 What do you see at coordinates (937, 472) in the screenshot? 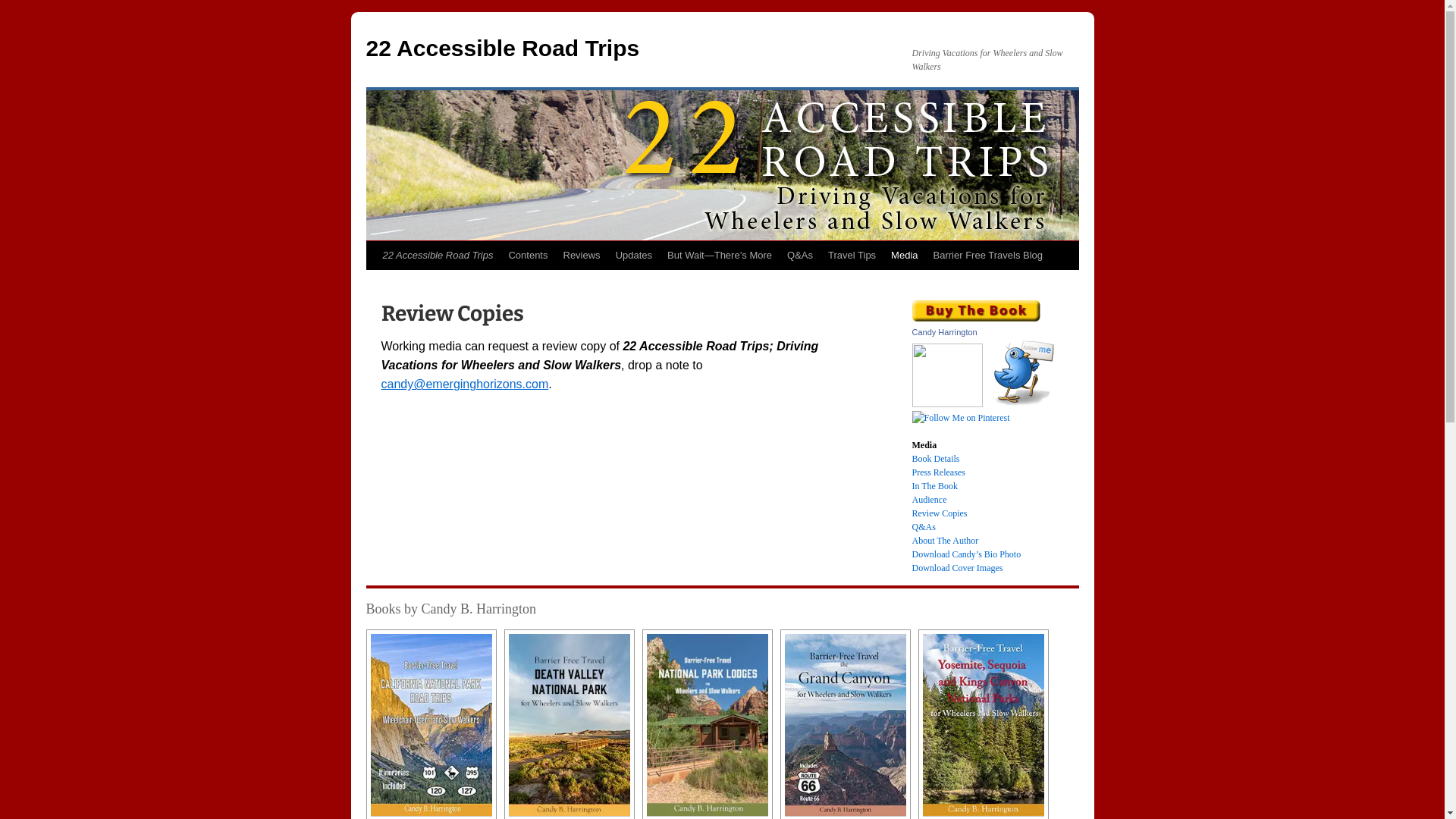
I see `'Press Releases'` at bounding box center [937, 472].